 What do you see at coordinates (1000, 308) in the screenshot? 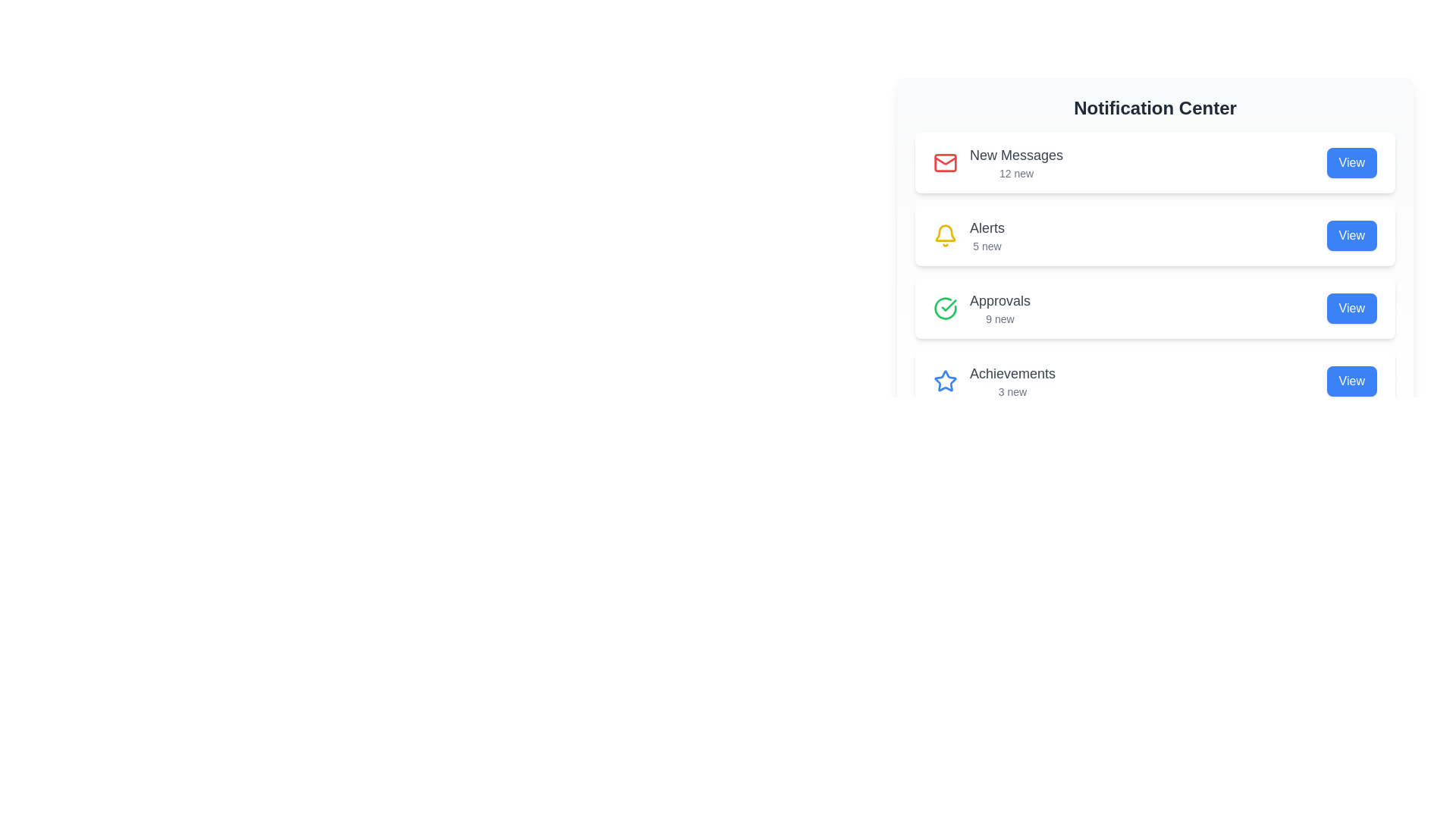
I see `the notification entry summarizing 'Approvals' located in the Notification Center, which informs about 9 new updates related to approvals` at bounding box center [1000, 308].